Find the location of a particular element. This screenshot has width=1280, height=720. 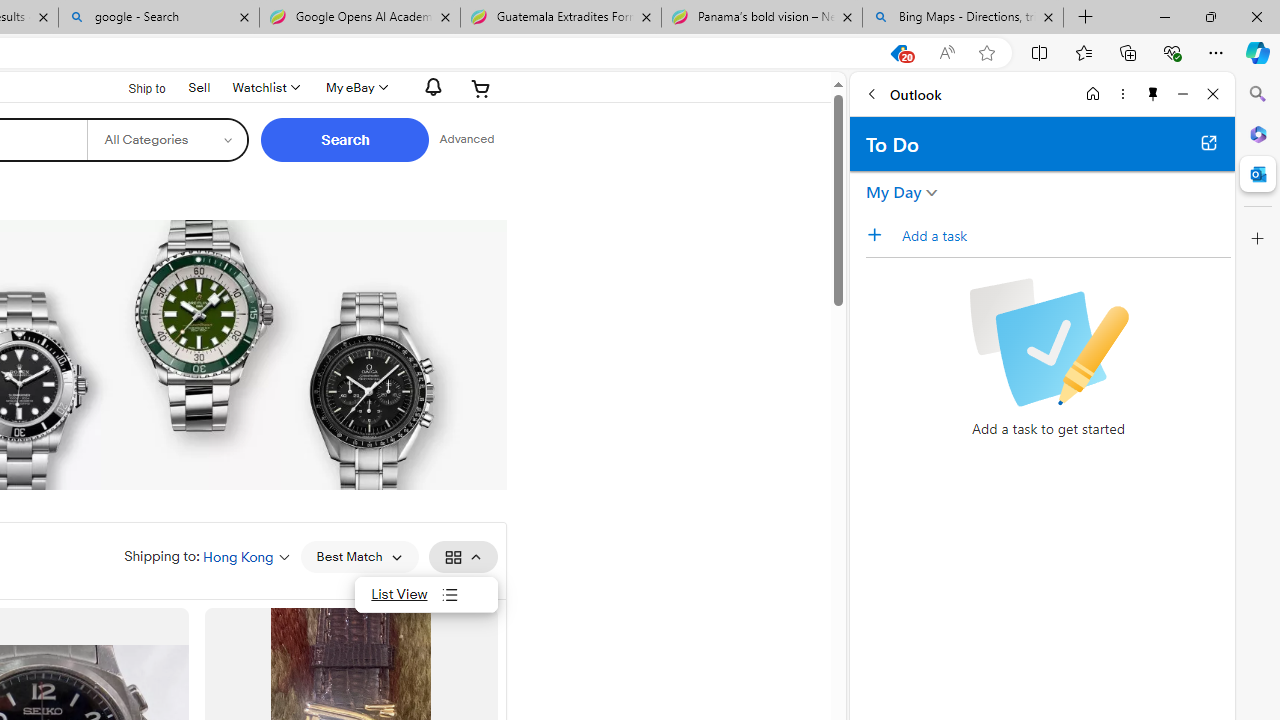

'Home' is located at coordinates (1092, 93).